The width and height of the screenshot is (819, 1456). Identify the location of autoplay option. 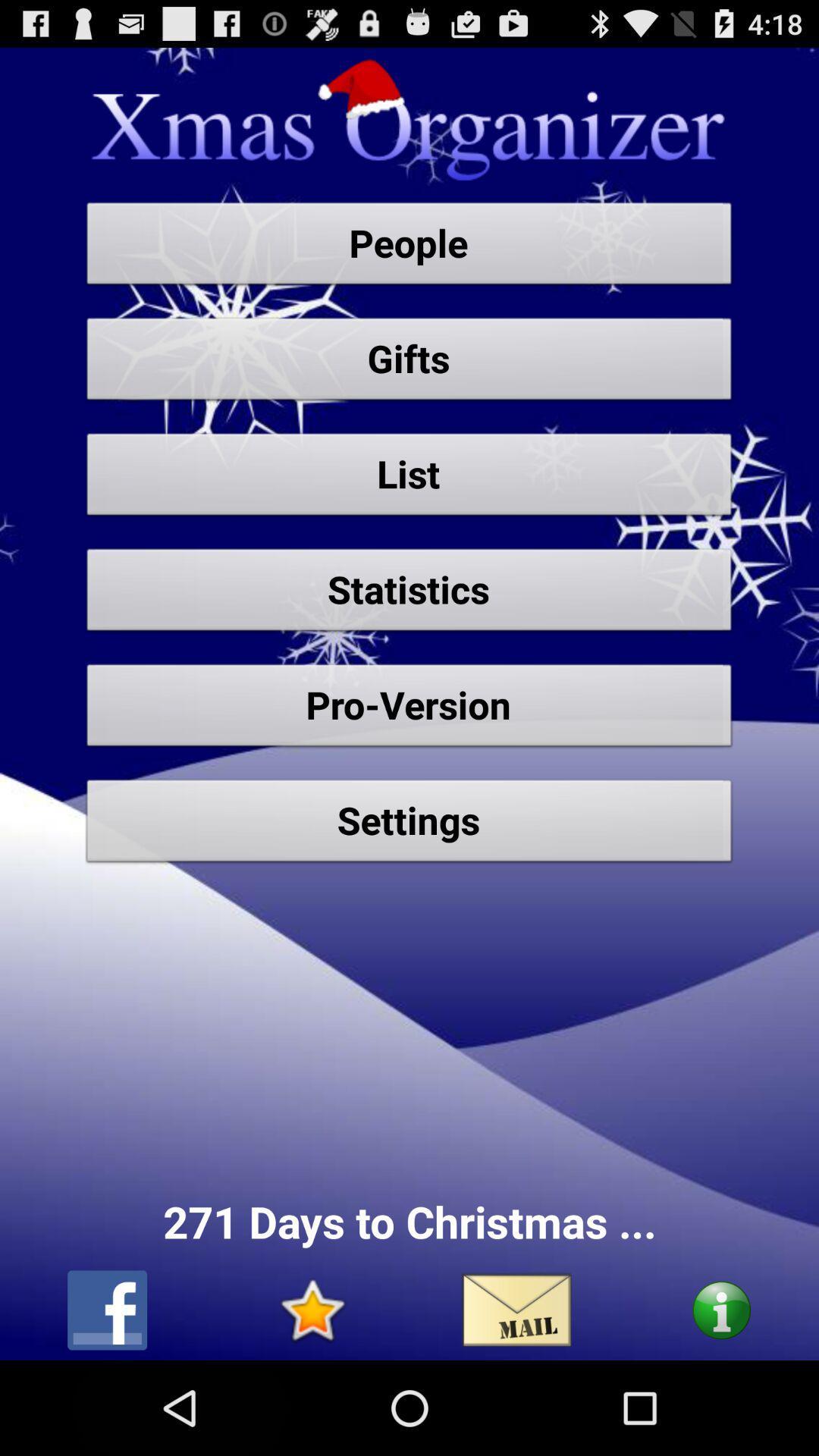
(720, 1310).